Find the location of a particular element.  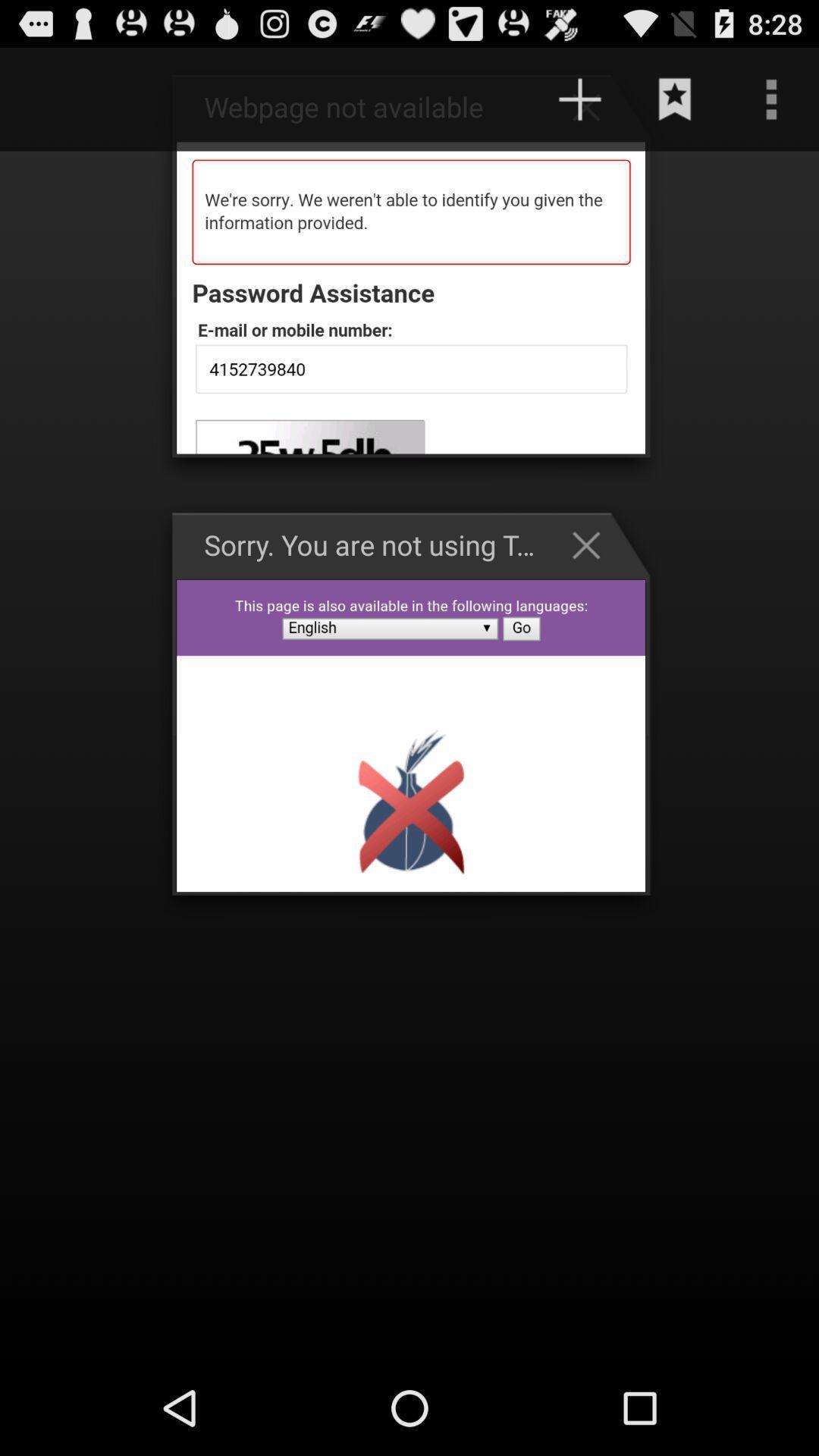

the more icon is located at coordinates (771, 105).